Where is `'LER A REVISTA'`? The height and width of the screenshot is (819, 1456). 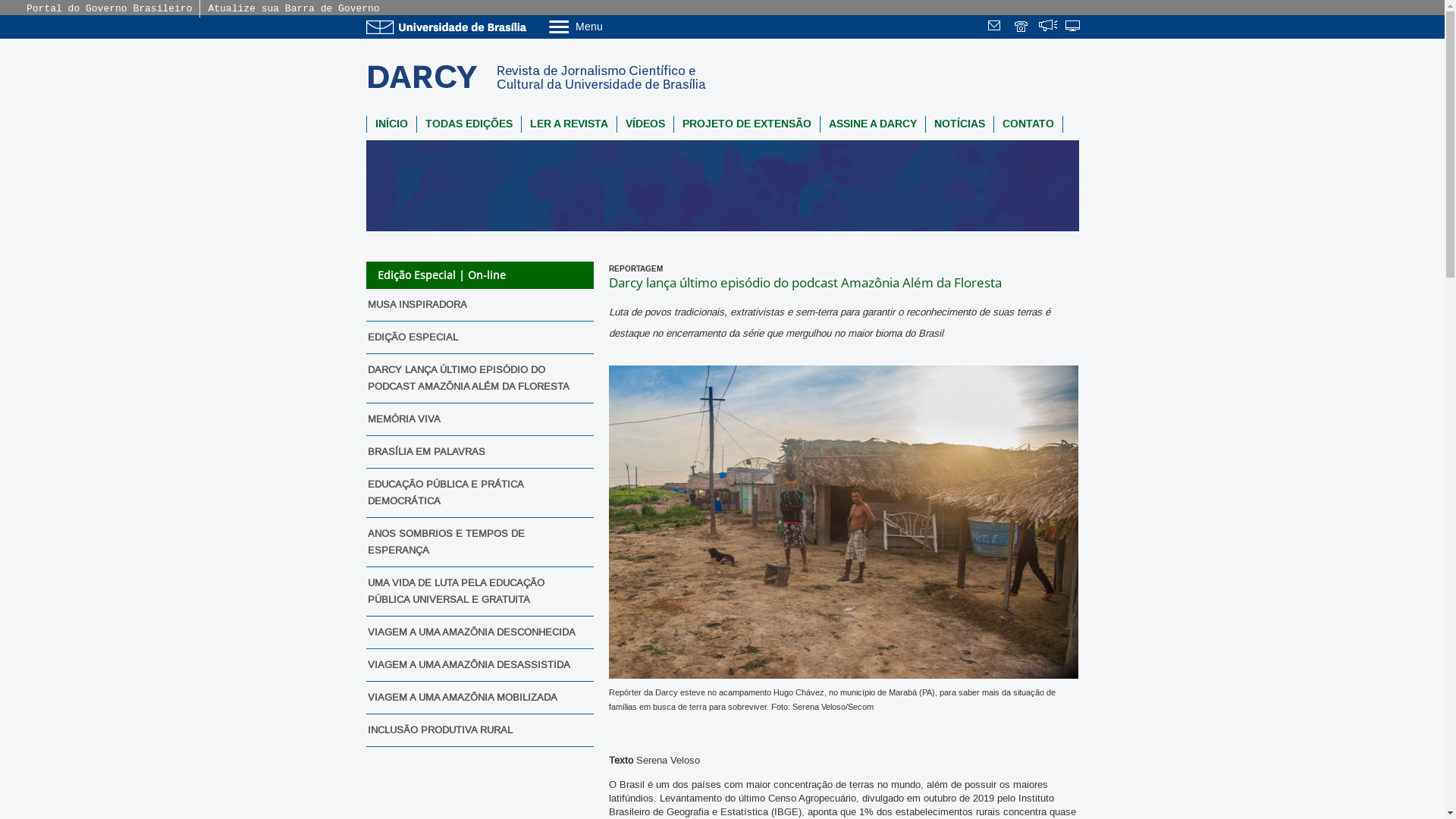 'LER A REVISTA' is located at coordinates (521, 124).